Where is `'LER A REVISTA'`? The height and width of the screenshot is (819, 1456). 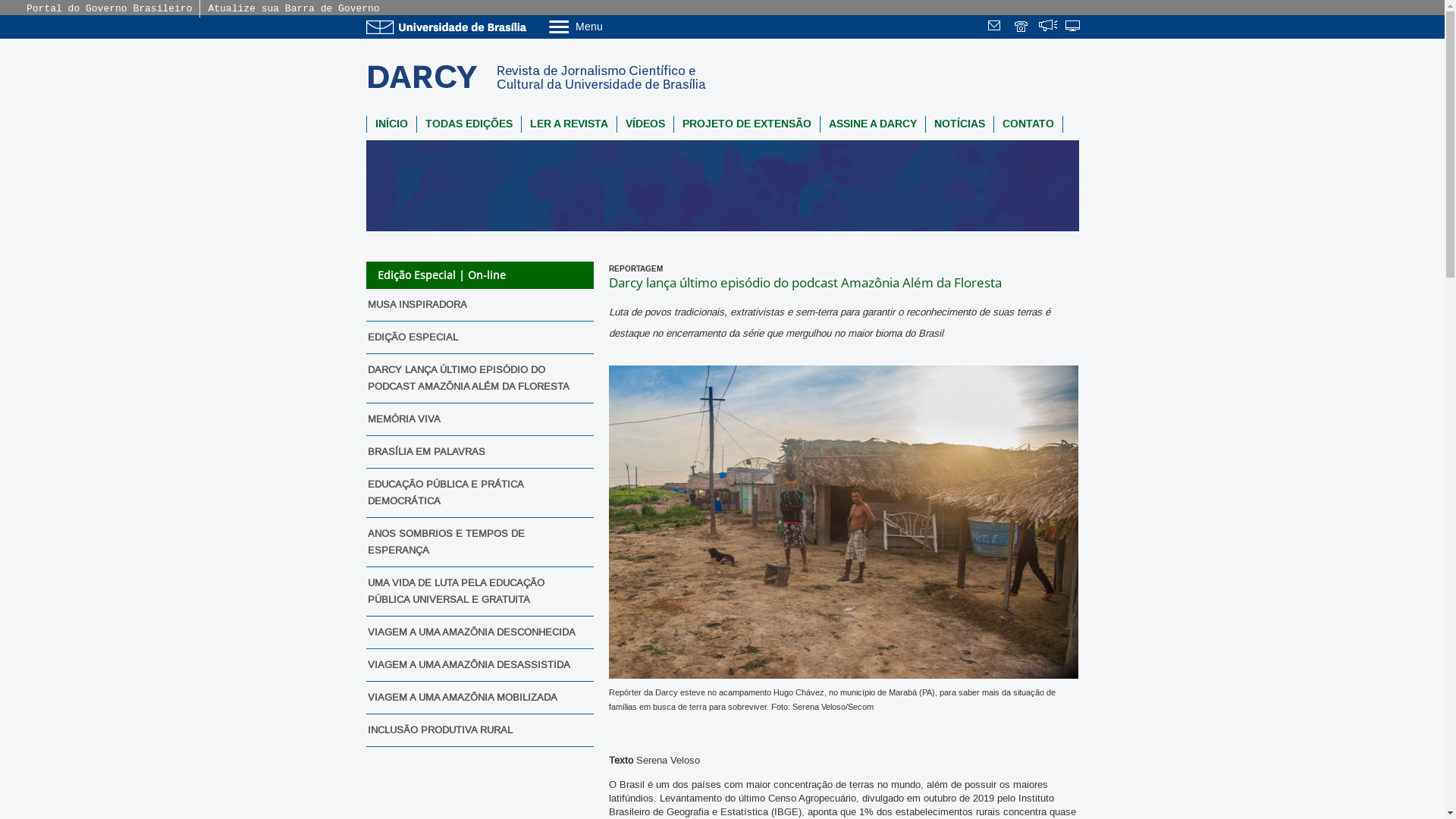 'LER A REVISTA' is located at coordinates (521, 124).